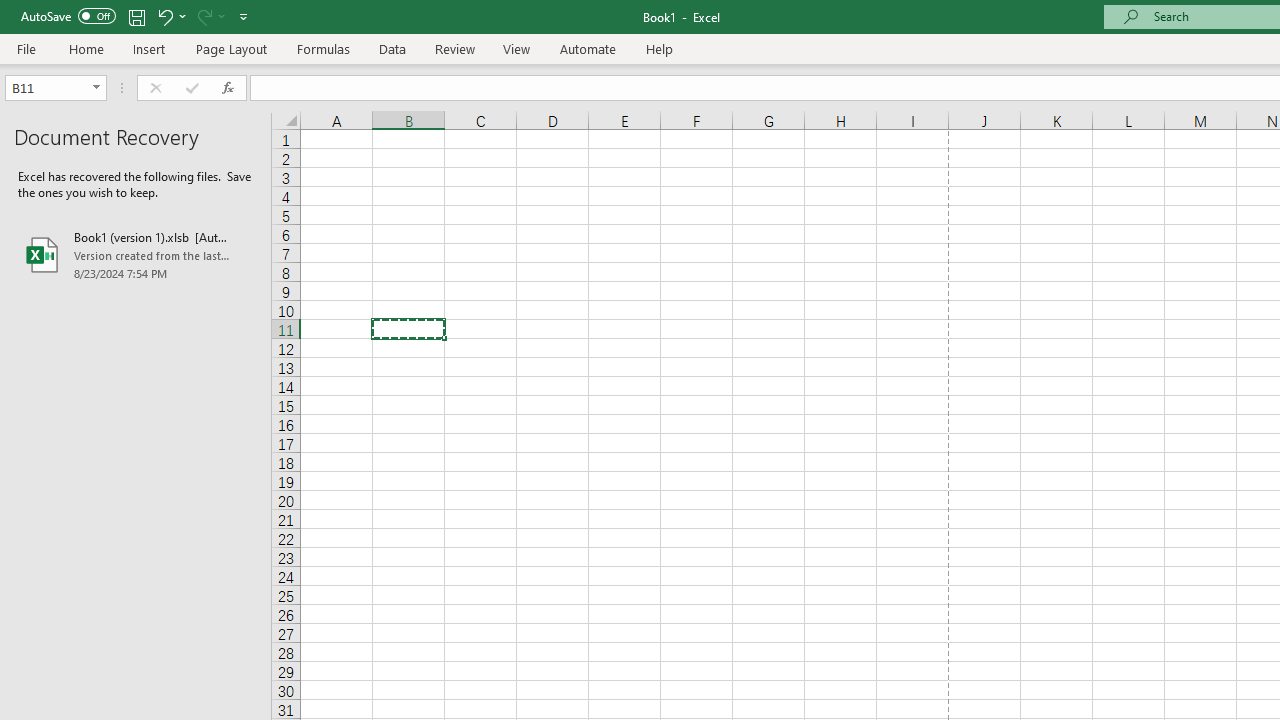 The height and width of the screenshot is (720, 1280). I want to click on 'Automate', so click(587, 48).